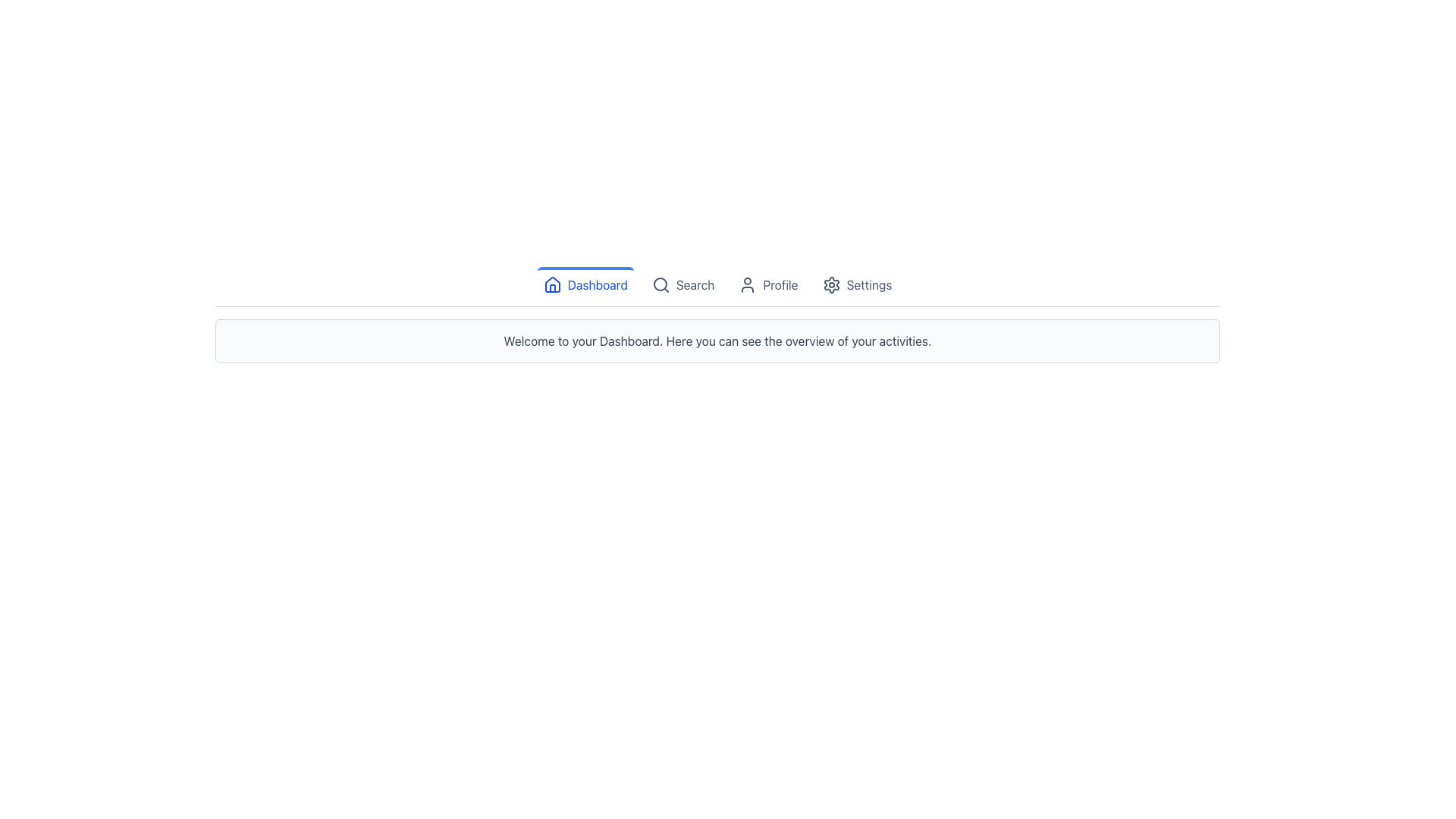  I want to click on the circular shape representing the magnifying lens component of the search icon located in the top navigation bar, which is second from the left, so click(660, 284).